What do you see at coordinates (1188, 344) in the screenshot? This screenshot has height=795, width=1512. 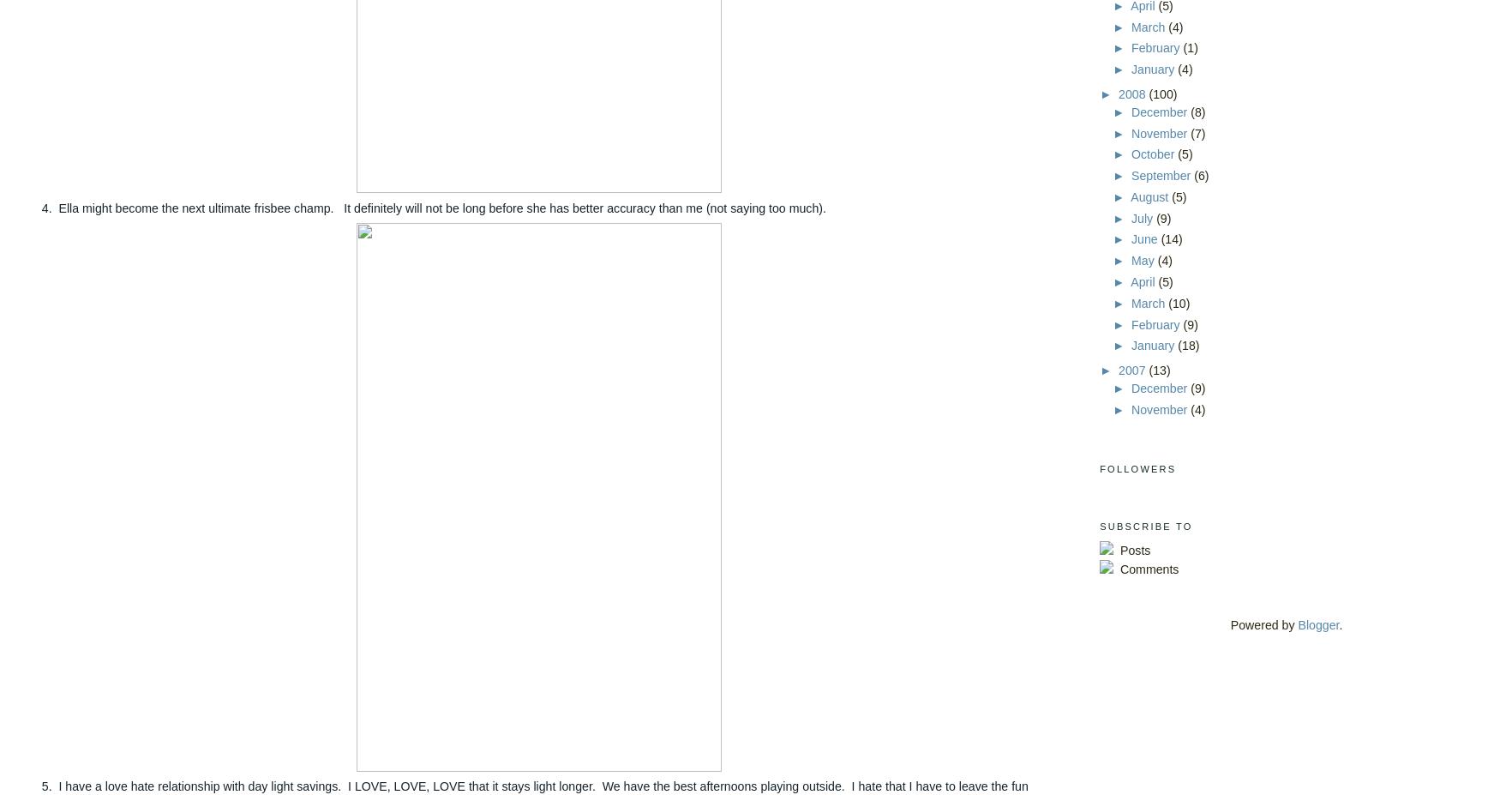 I see `'(18)'` at bounding box center [1188, 344].